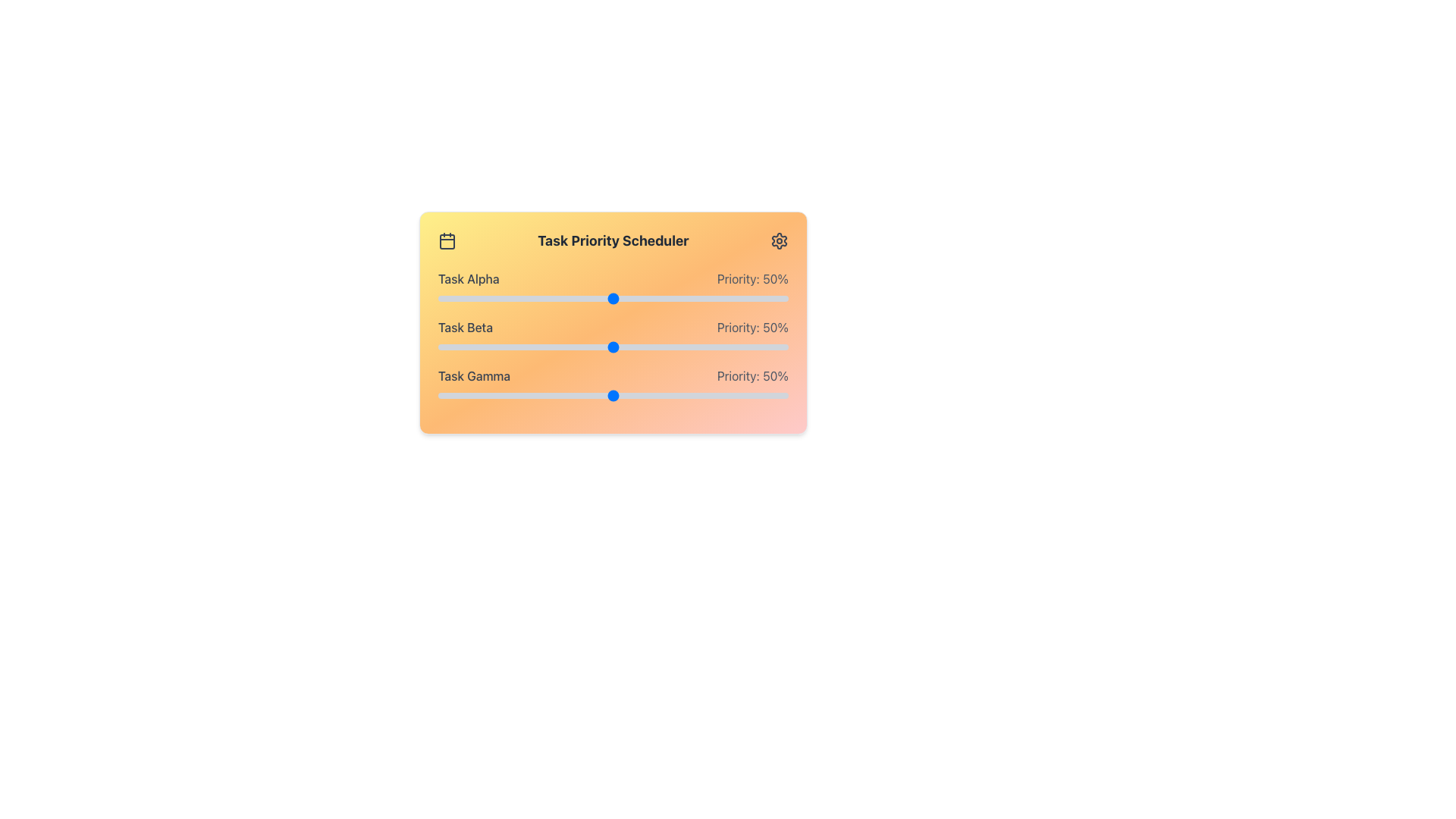 The height and width of the screenshot is (819, 1456). Describe the element at coordinates (613, 394) in the screenshot. I see `the priority of Task Gamma` at that location.